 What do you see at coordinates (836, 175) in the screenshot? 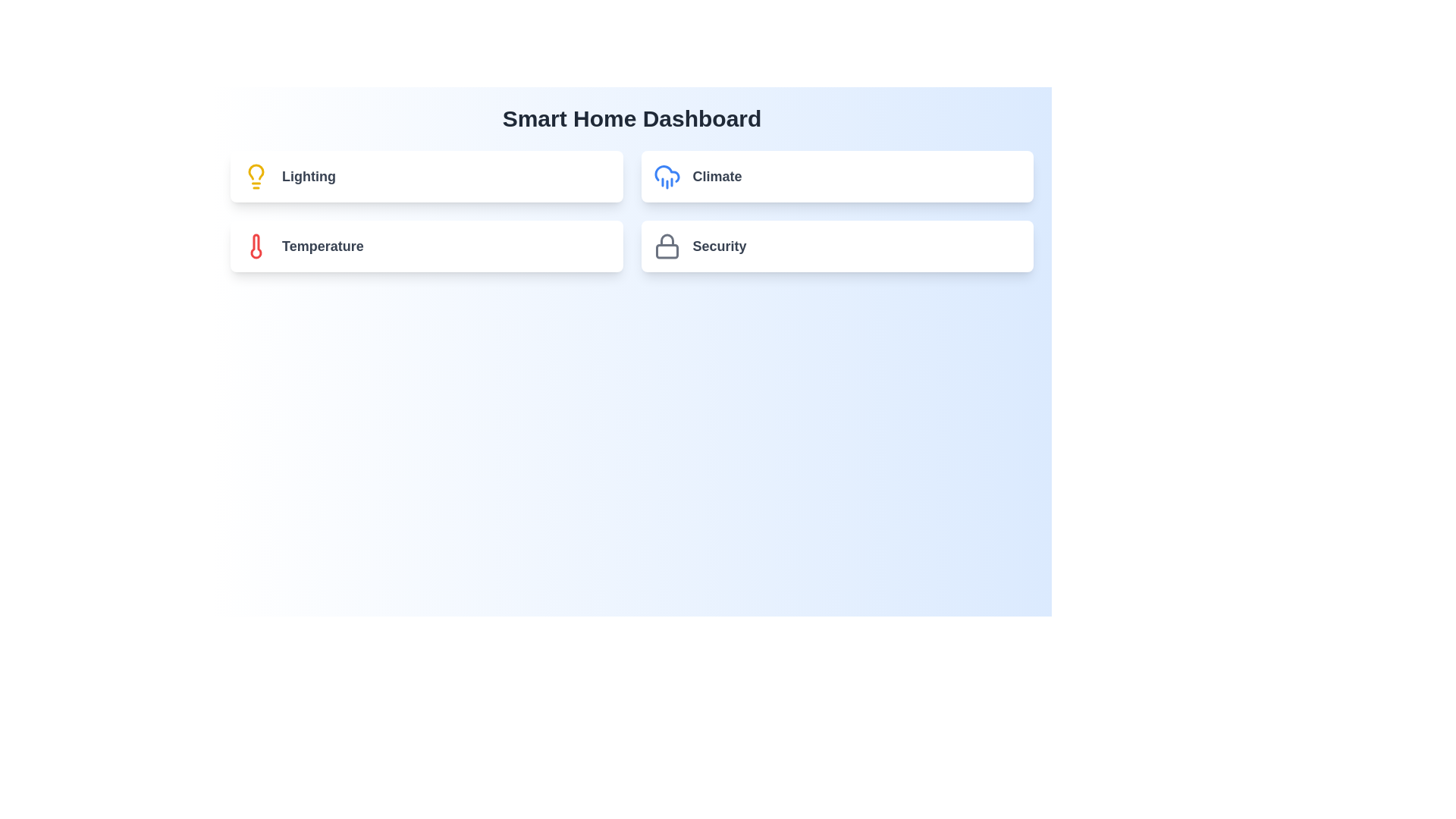
I see `the 'Climate' button located` at bounding box center [836, 175].